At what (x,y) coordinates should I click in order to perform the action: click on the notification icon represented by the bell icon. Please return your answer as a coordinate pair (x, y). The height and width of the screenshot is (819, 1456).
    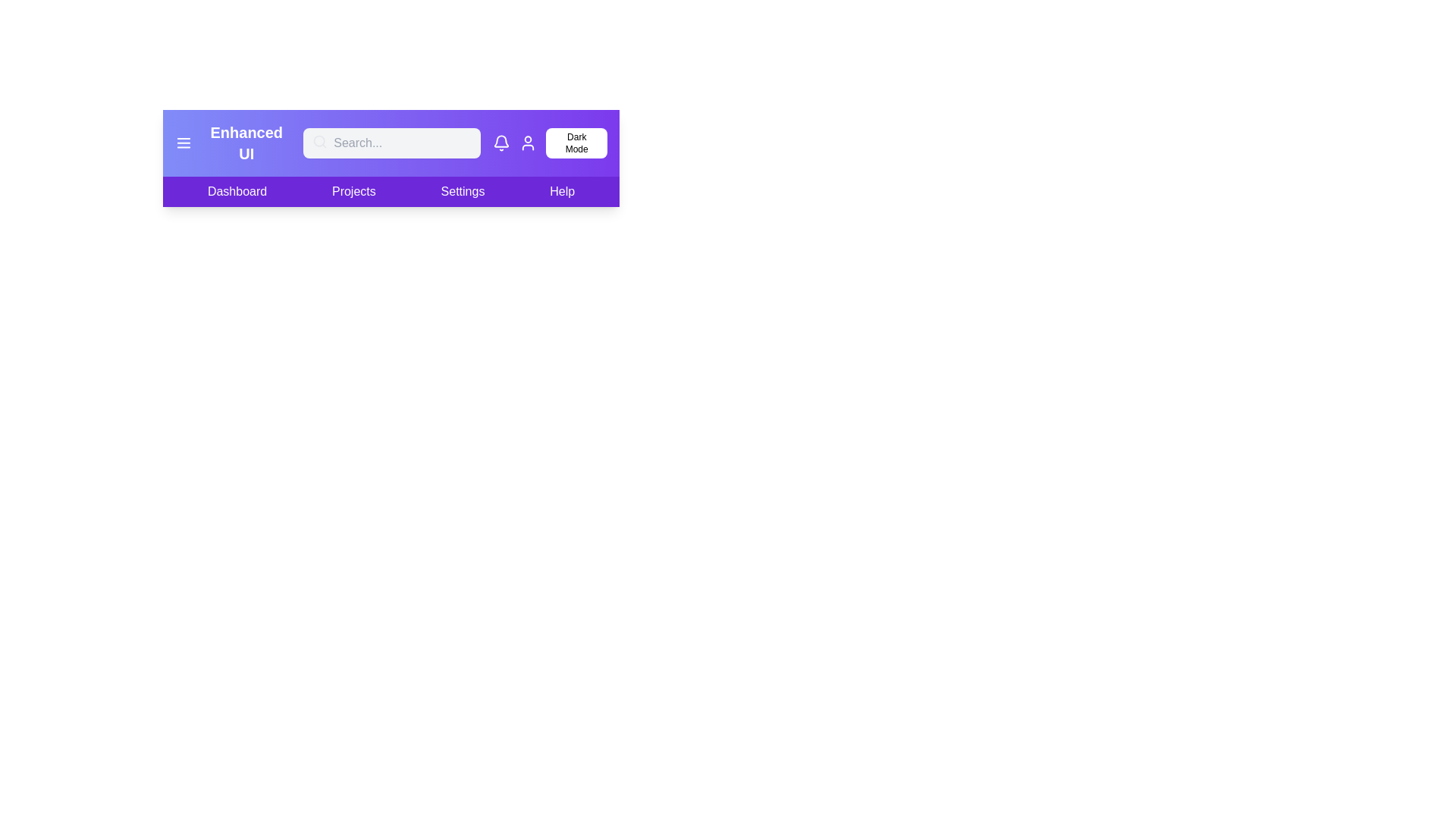
    Looking at the image, I should click on (501, 143).